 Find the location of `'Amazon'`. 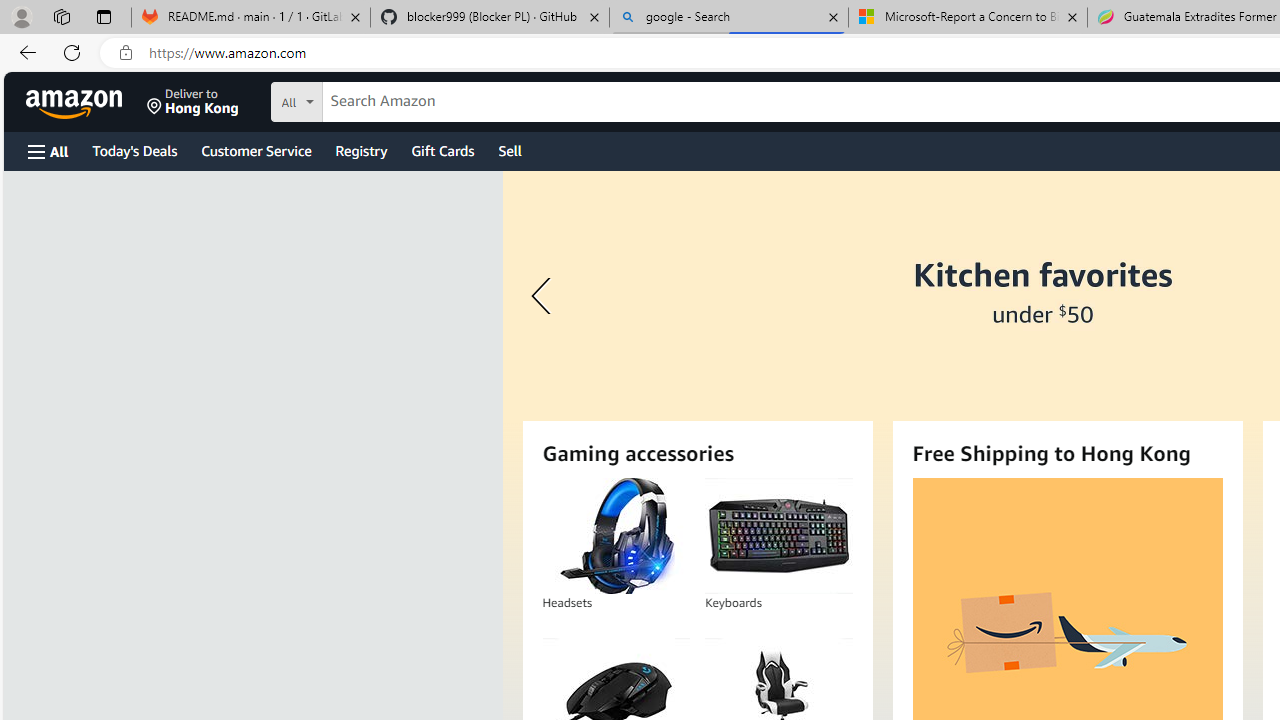

'Amazon' is located at coordinates (76, 101).